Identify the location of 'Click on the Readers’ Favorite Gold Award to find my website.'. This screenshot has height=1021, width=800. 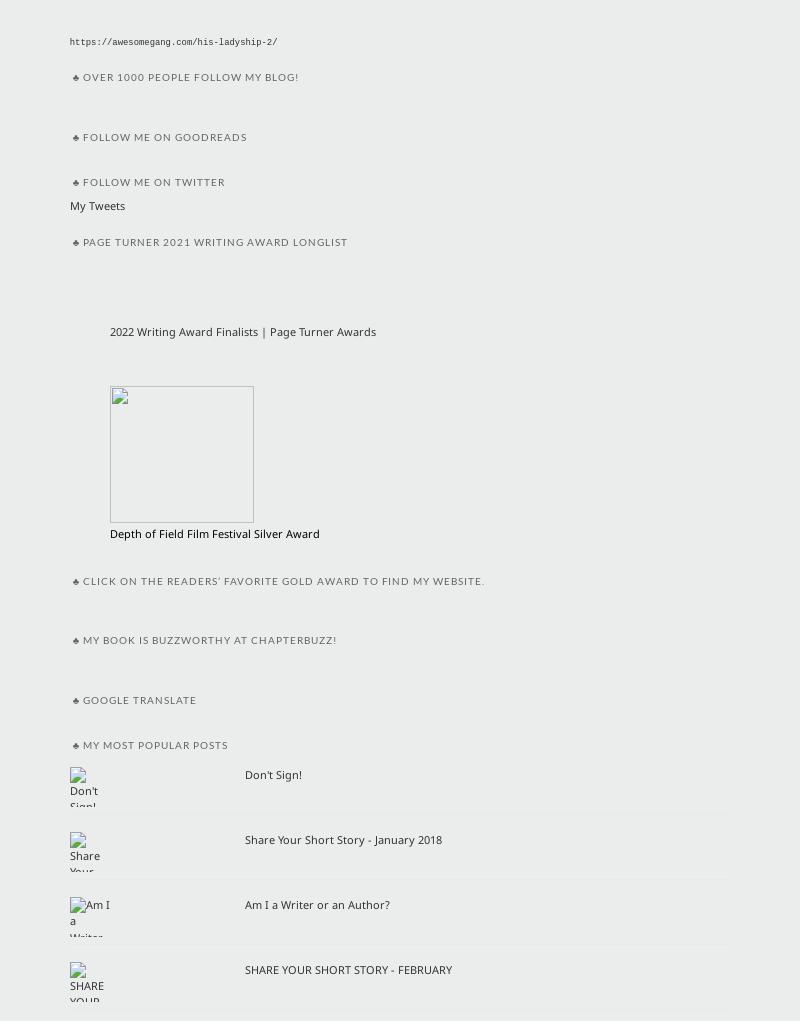
(284, 579).